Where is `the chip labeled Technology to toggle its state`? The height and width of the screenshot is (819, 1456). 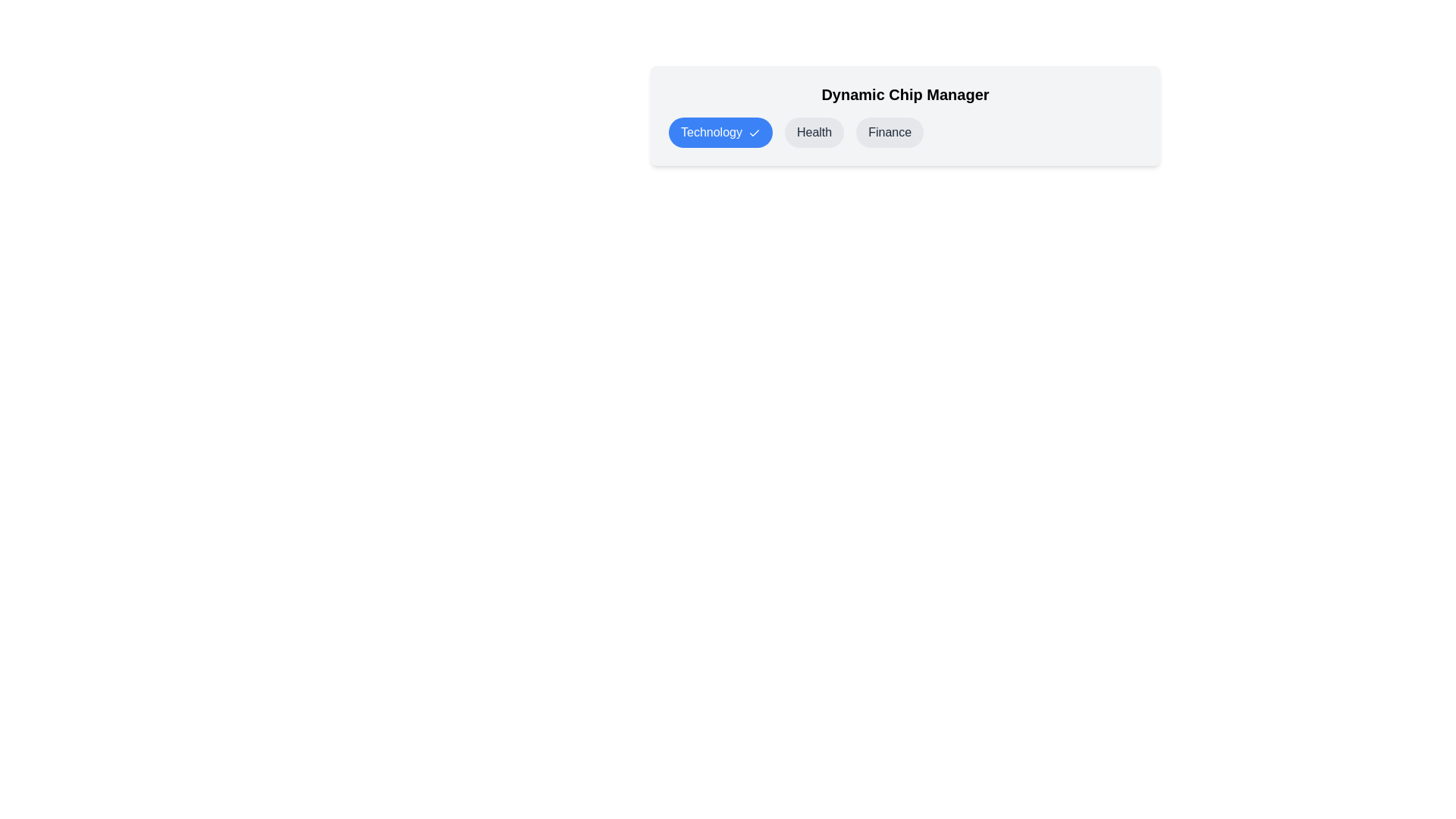 the chip labeled Technology to toggle its state is located at coordinates (720, 131).